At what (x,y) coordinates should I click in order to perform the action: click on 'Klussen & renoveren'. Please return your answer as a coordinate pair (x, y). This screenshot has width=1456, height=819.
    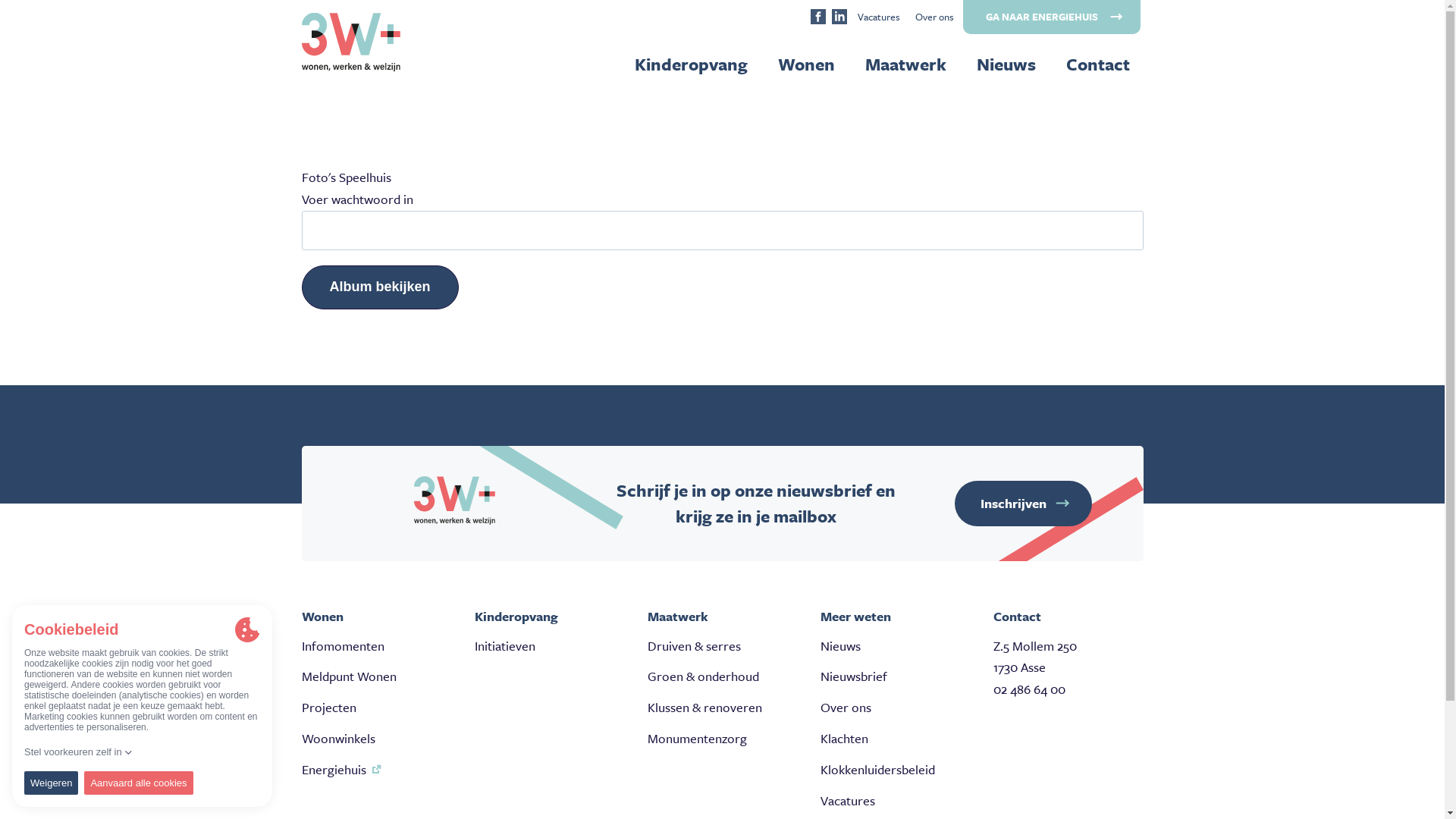
    Looking at the image, I should click on (704, 707).